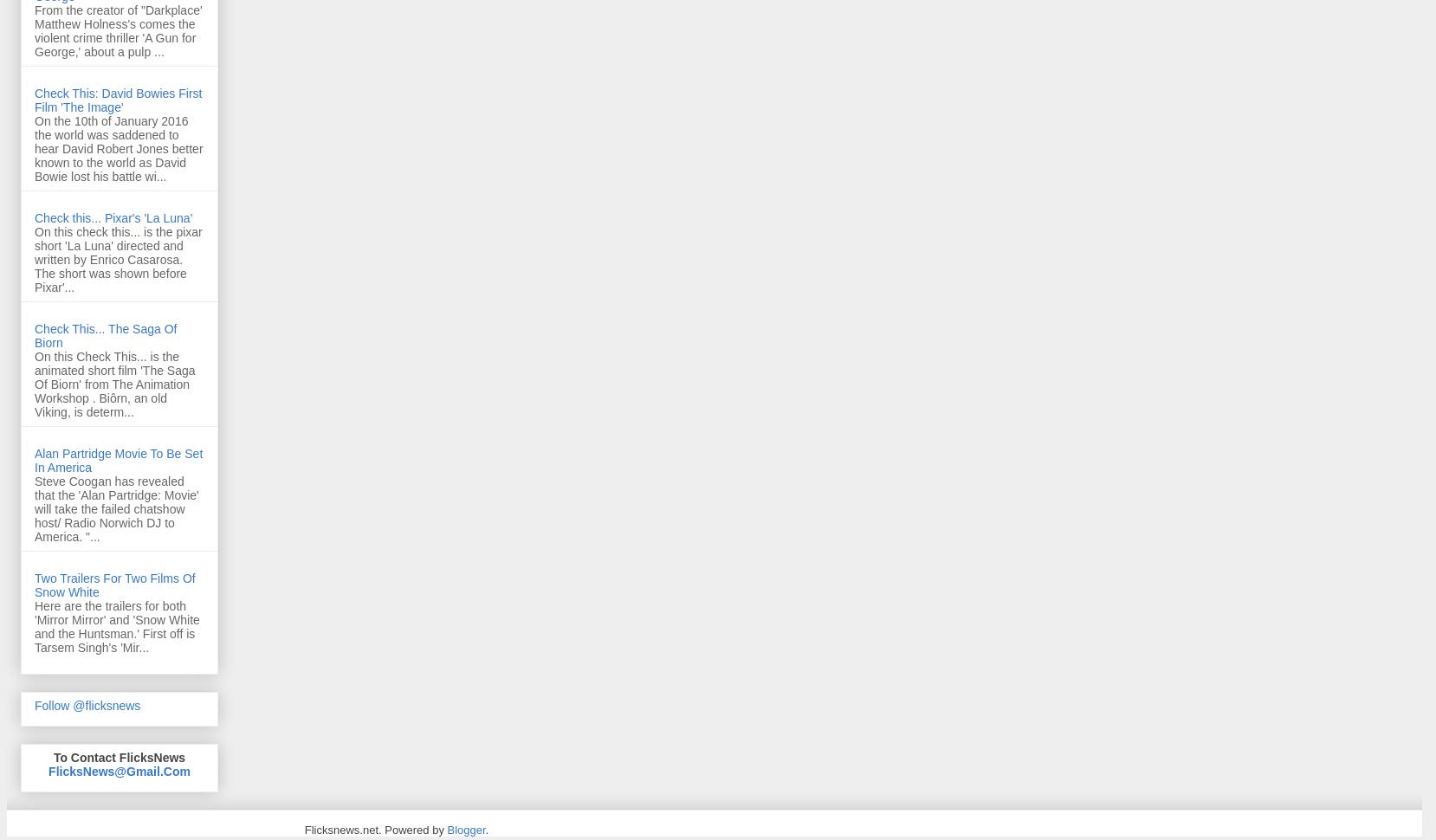 This screenshot has height=840, width=1436. Describe the element at coordinates (86, 705) in the screenshot. I see `'Follow @flicksnews'` at that location.